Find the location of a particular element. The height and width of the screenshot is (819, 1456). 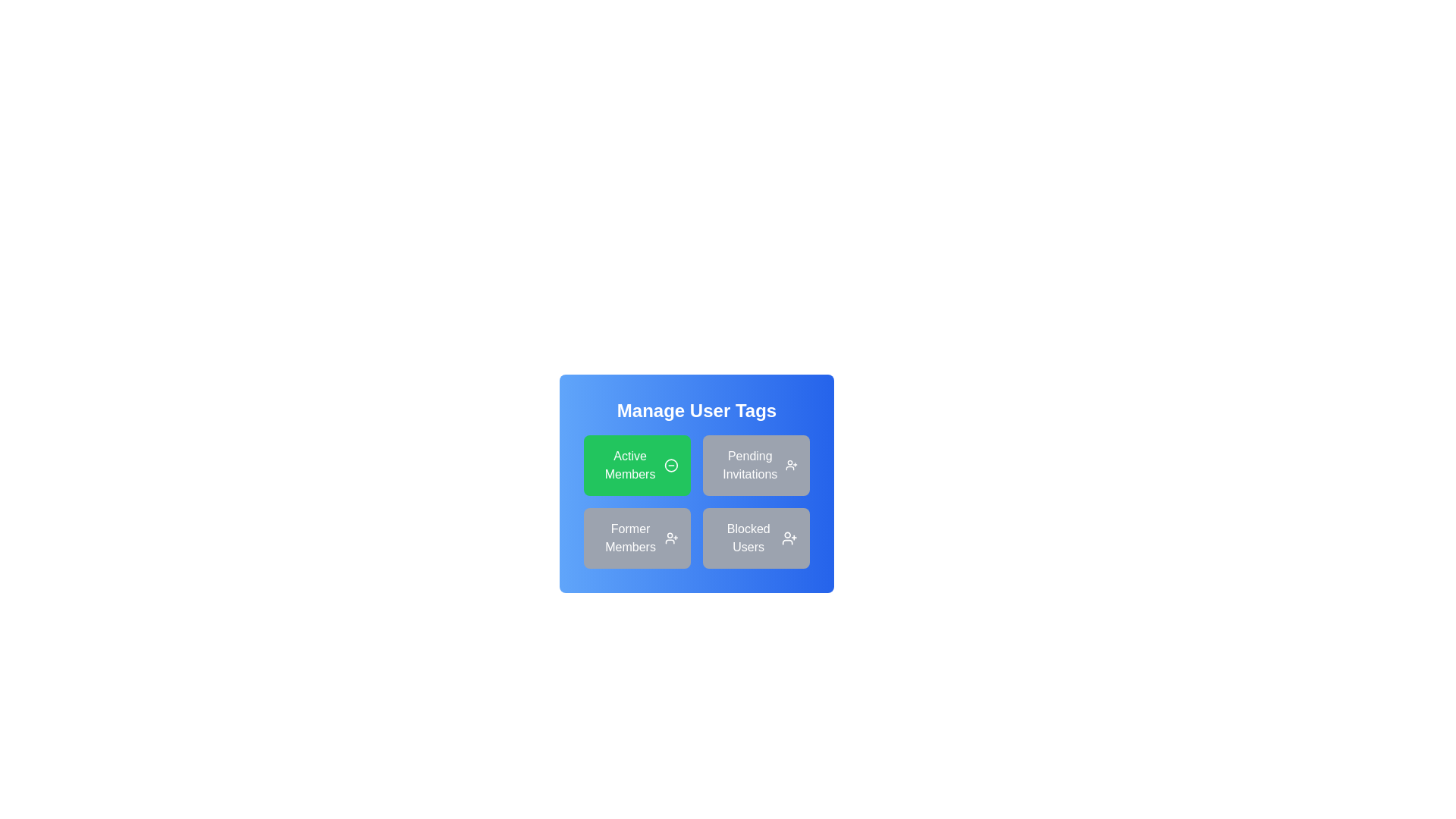

the 'Active Members' button, which features a green background, rounded corners, and white text with a minus icon, located in the top-left corner of the grid under 'Manage User Tags' is located at coordinates (637, 464).